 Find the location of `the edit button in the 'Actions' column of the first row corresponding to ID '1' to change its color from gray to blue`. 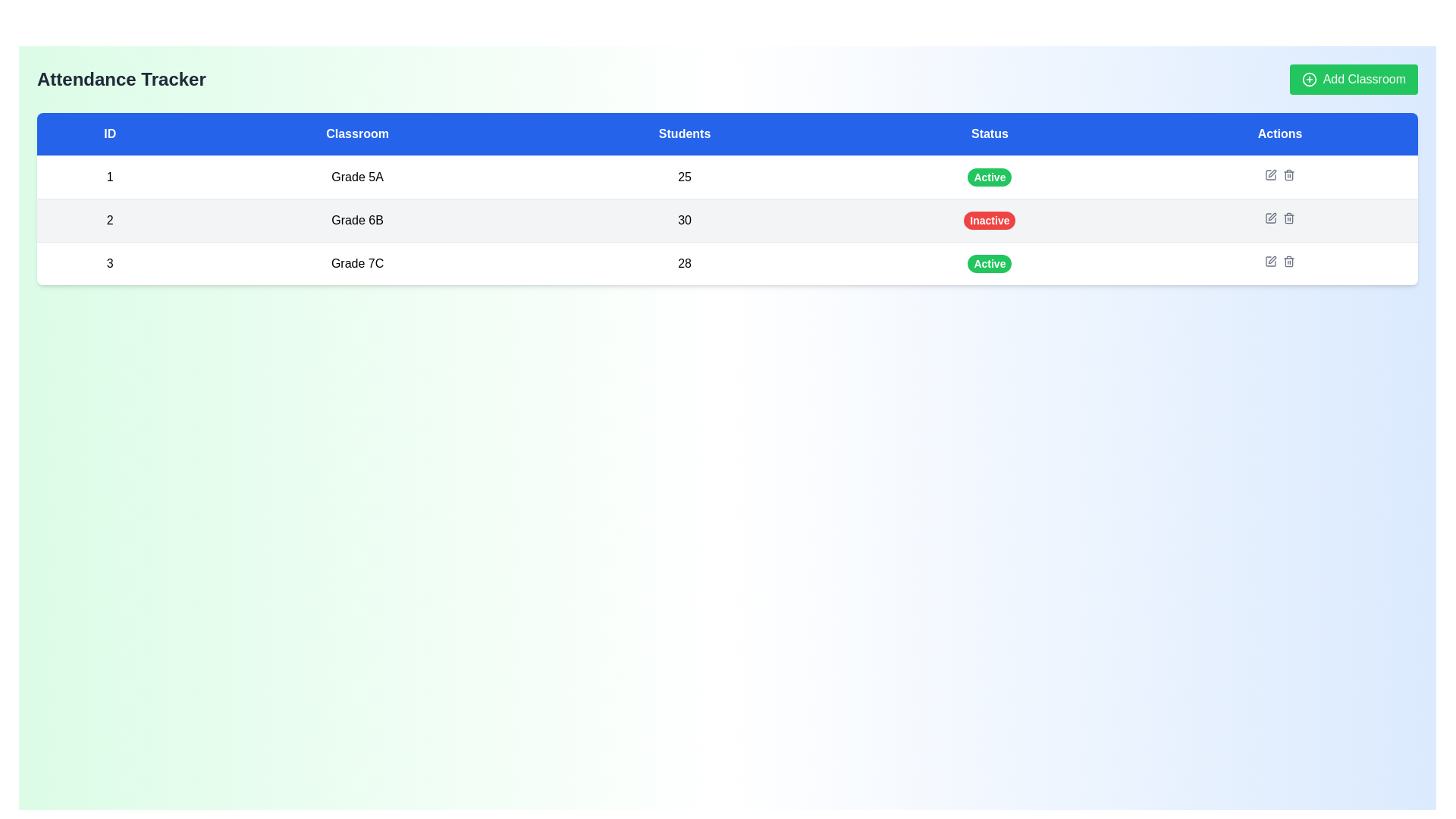

the edit button in the 'Actions' column of the first row corresponding to ID '1' to change its color from gray to blue is located at coordinates (1271, 174).